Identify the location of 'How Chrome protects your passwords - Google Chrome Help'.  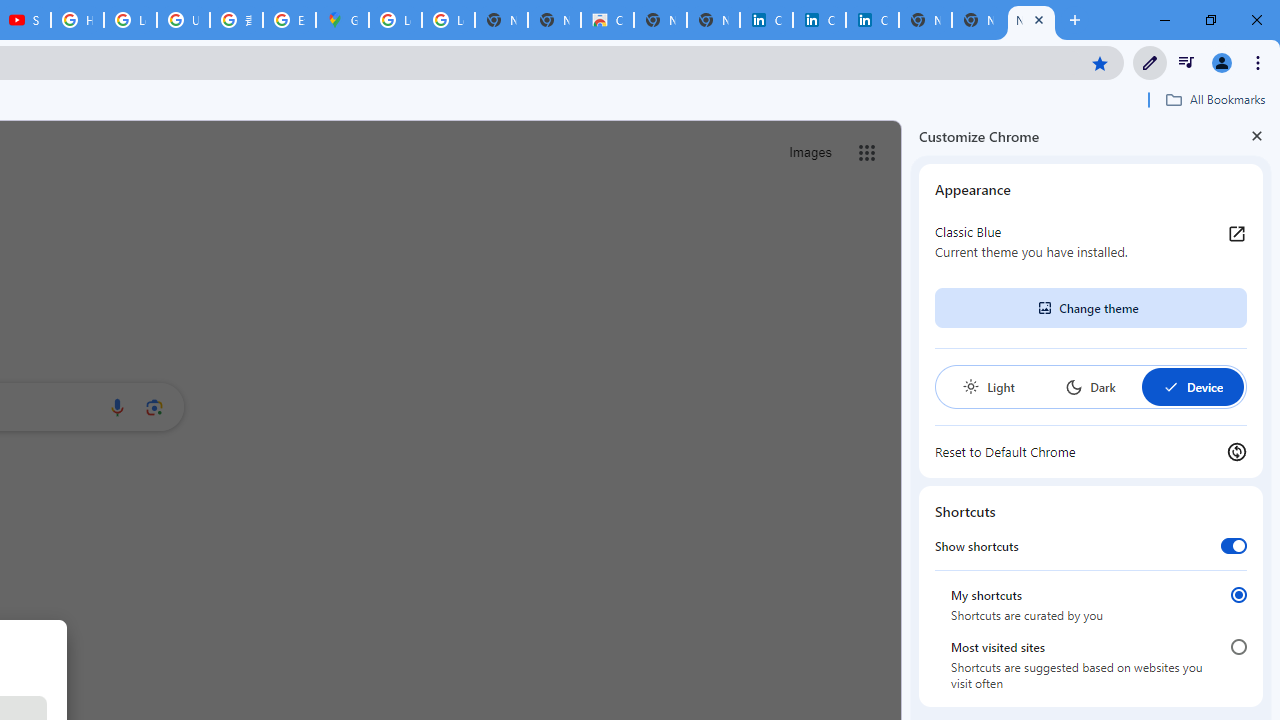
(77, 20).